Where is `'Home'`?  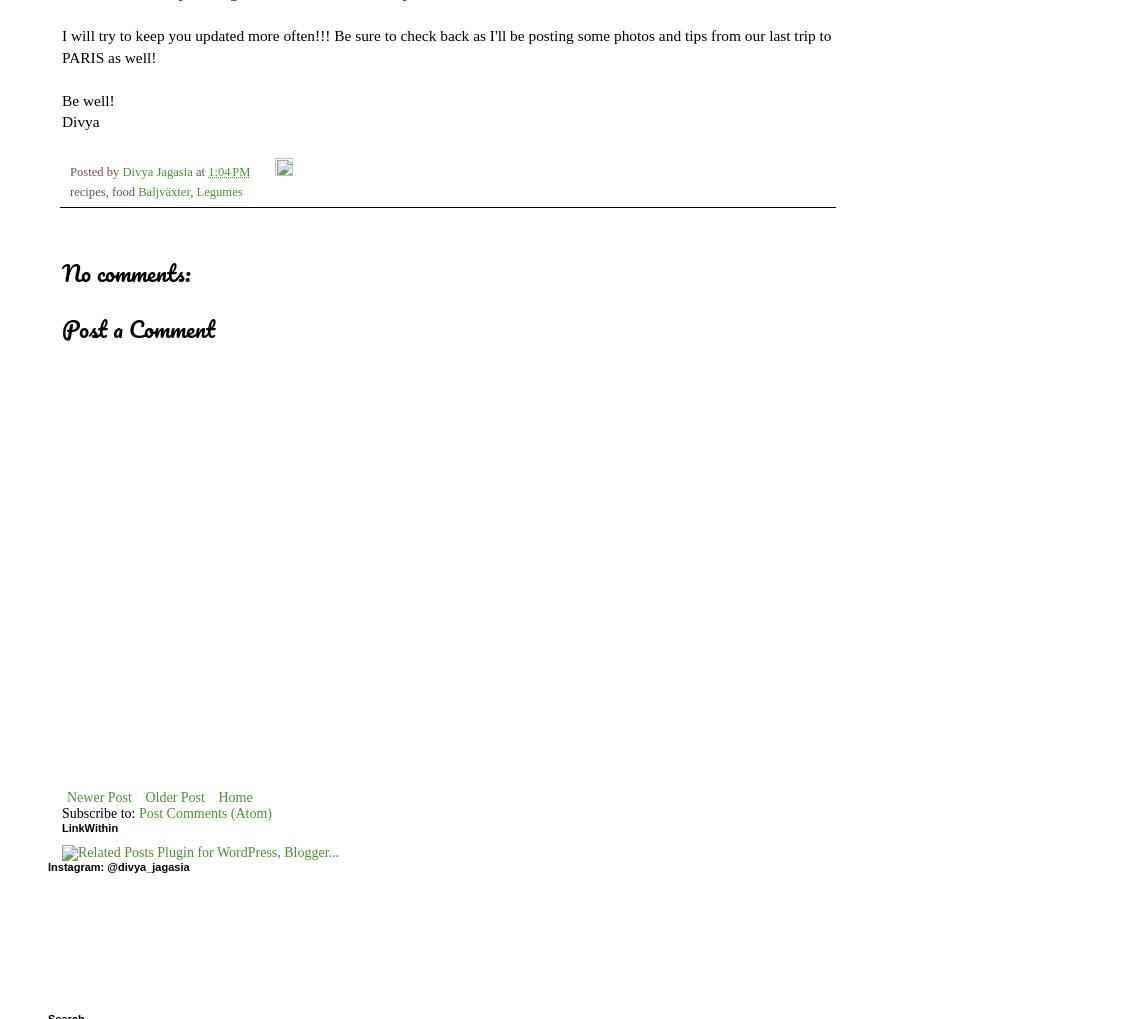
'Home' is located at coordinates (234, 796).